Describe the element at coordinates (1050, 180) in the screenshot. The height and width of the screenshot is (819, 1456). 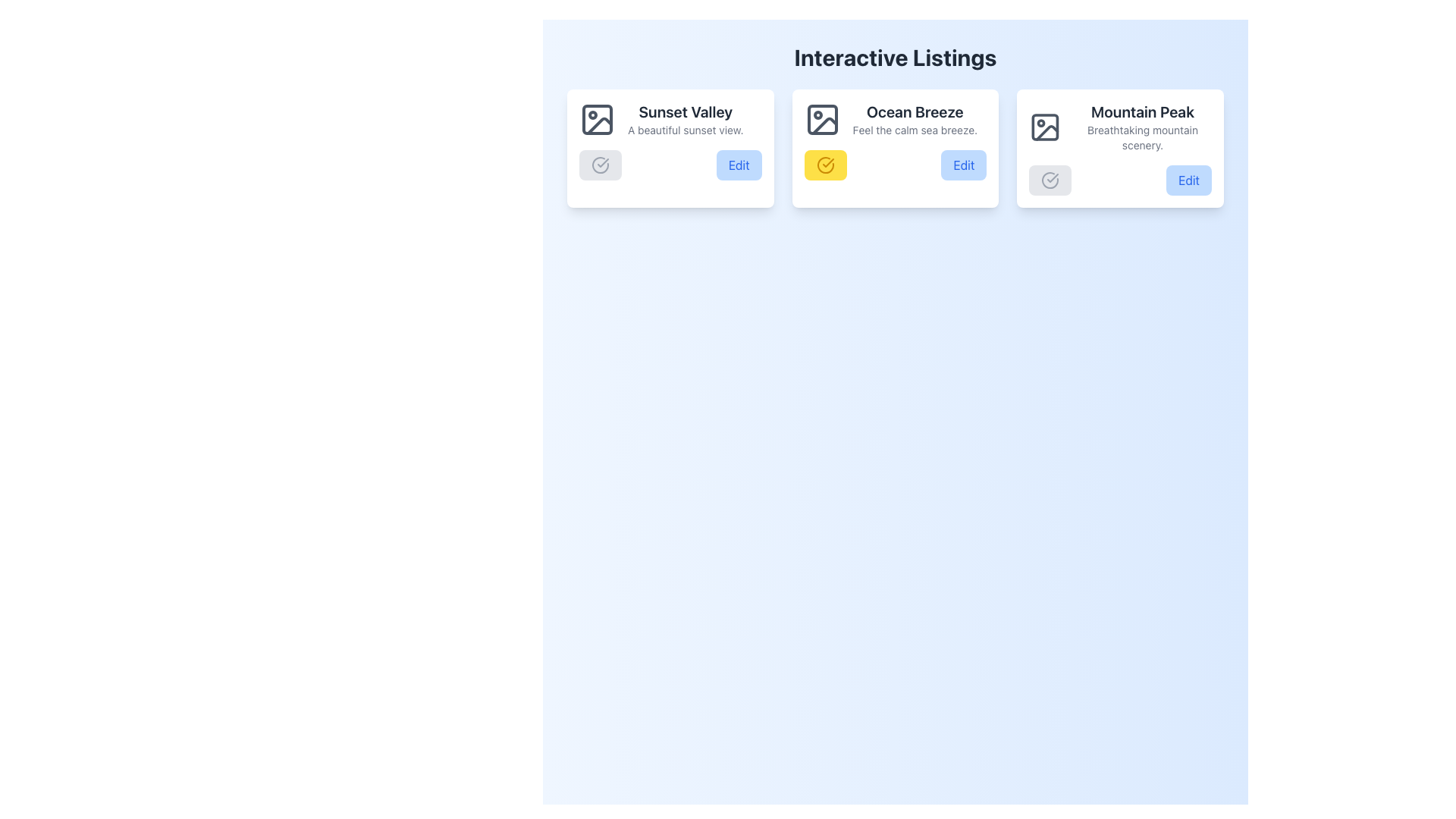
I see `the status icon located within the 'Mountain Peak' card, positioned below the image and title text` at that location.